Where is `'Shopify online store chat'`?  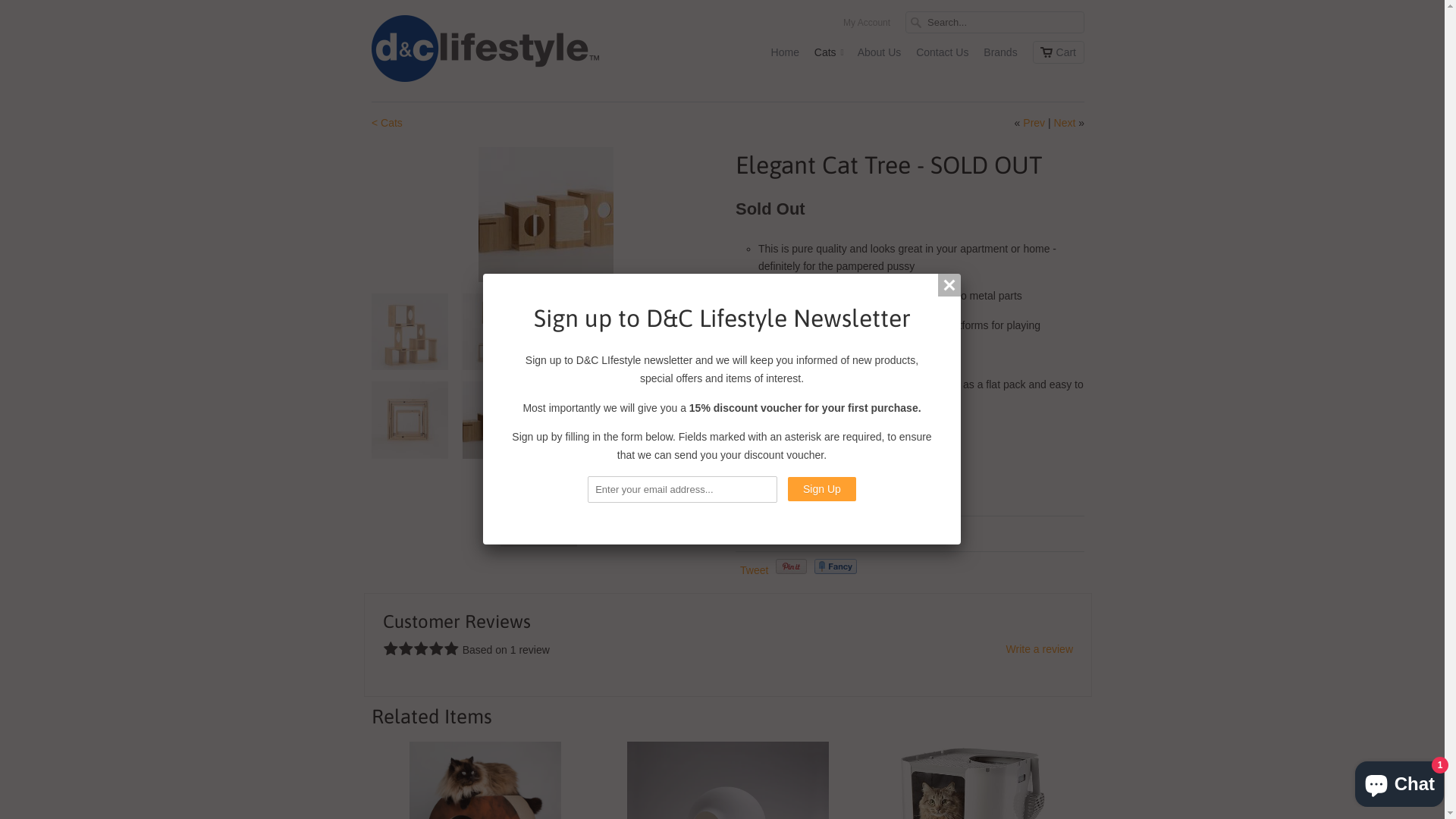
'Shopify online store chat' is located at coordinates (1398, 780).